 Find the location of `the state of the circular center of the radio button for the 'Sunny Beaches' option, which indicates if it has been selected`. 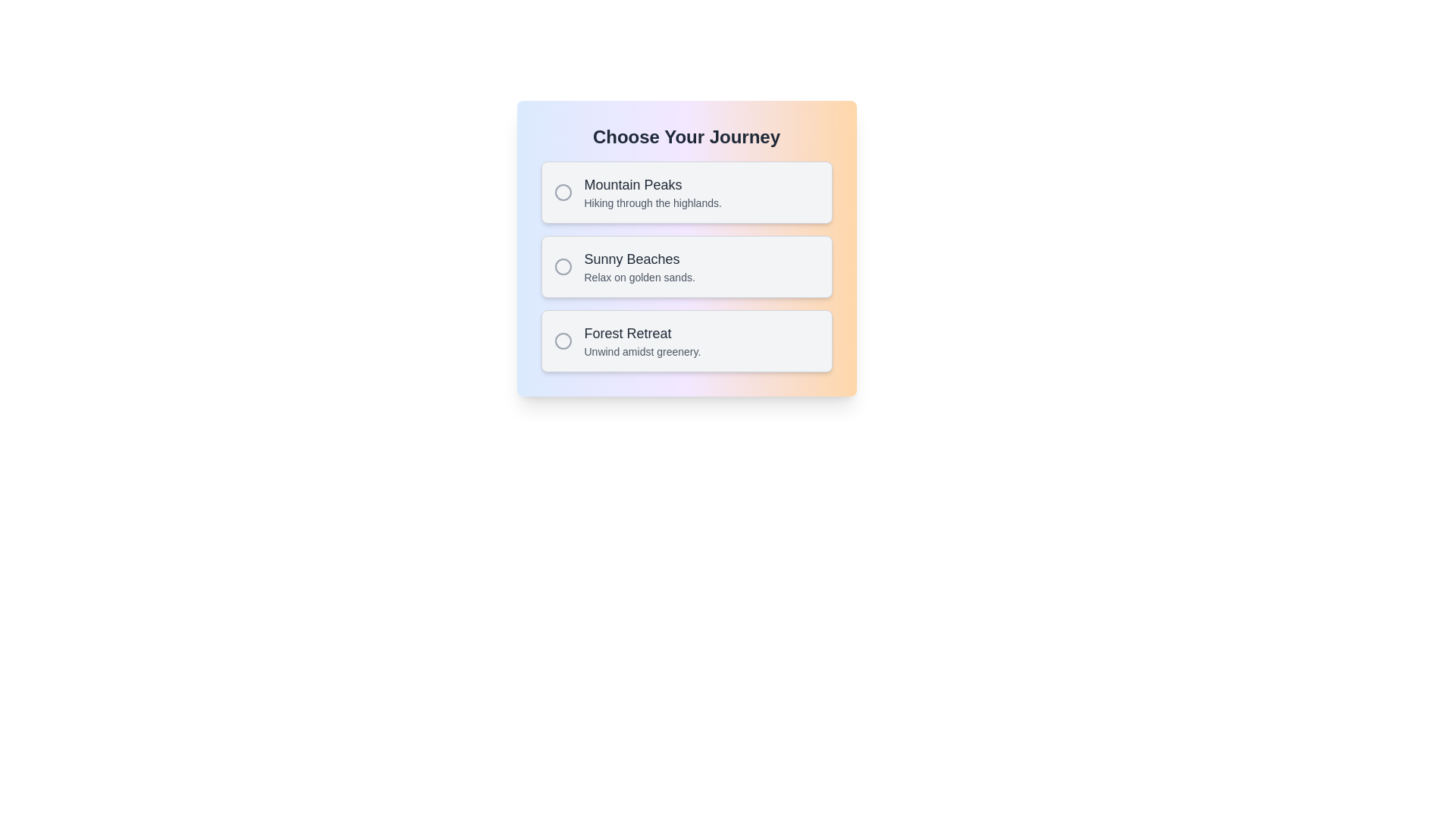

the state of the circular center of the radio button for the 'Sunny Beaches' option, which indicates if it has been selected is located at coordinates (562, 265).